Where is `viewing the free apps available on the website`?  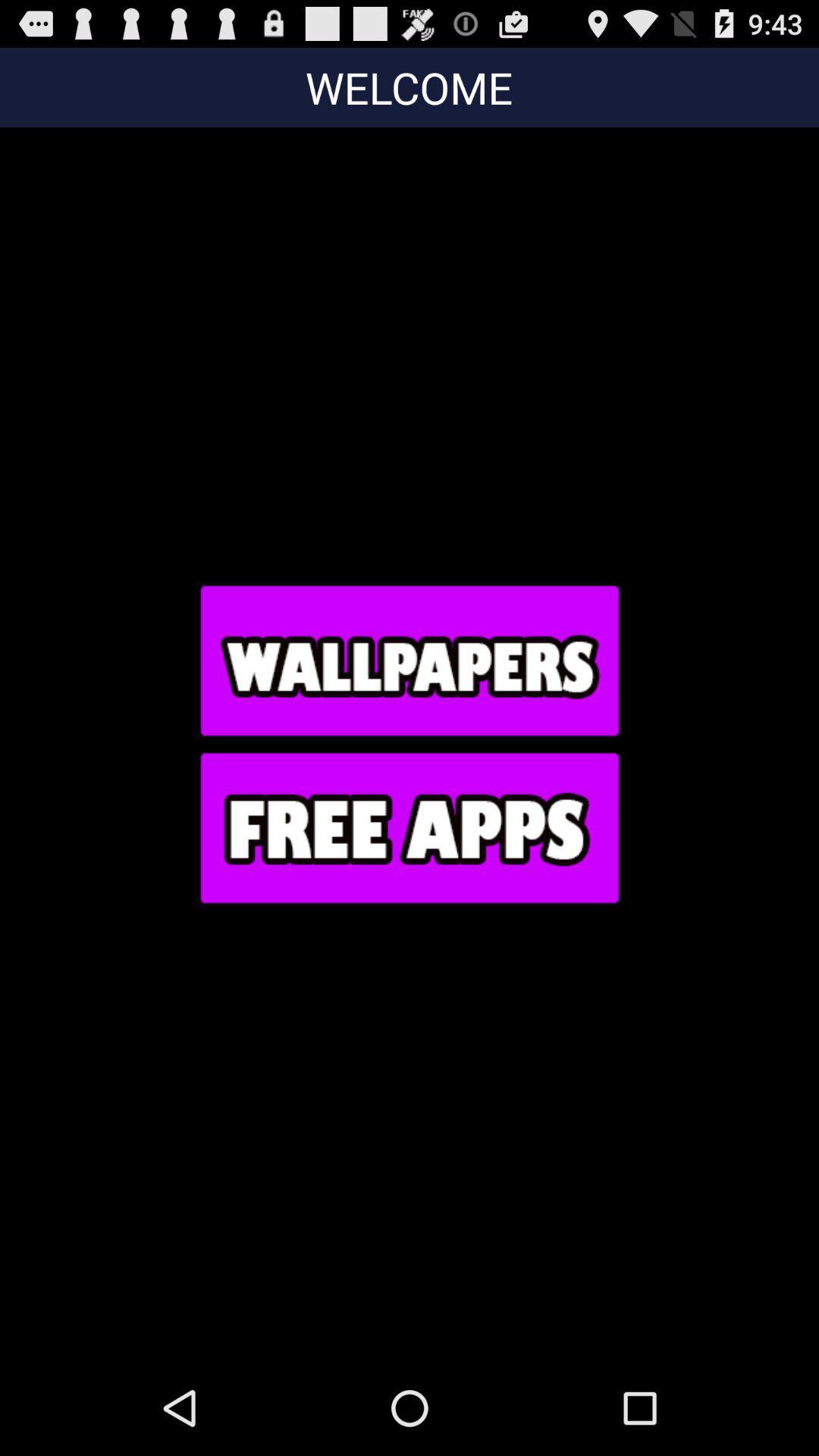 viewing the free apps available on the website is located at coordinates (408, 827).